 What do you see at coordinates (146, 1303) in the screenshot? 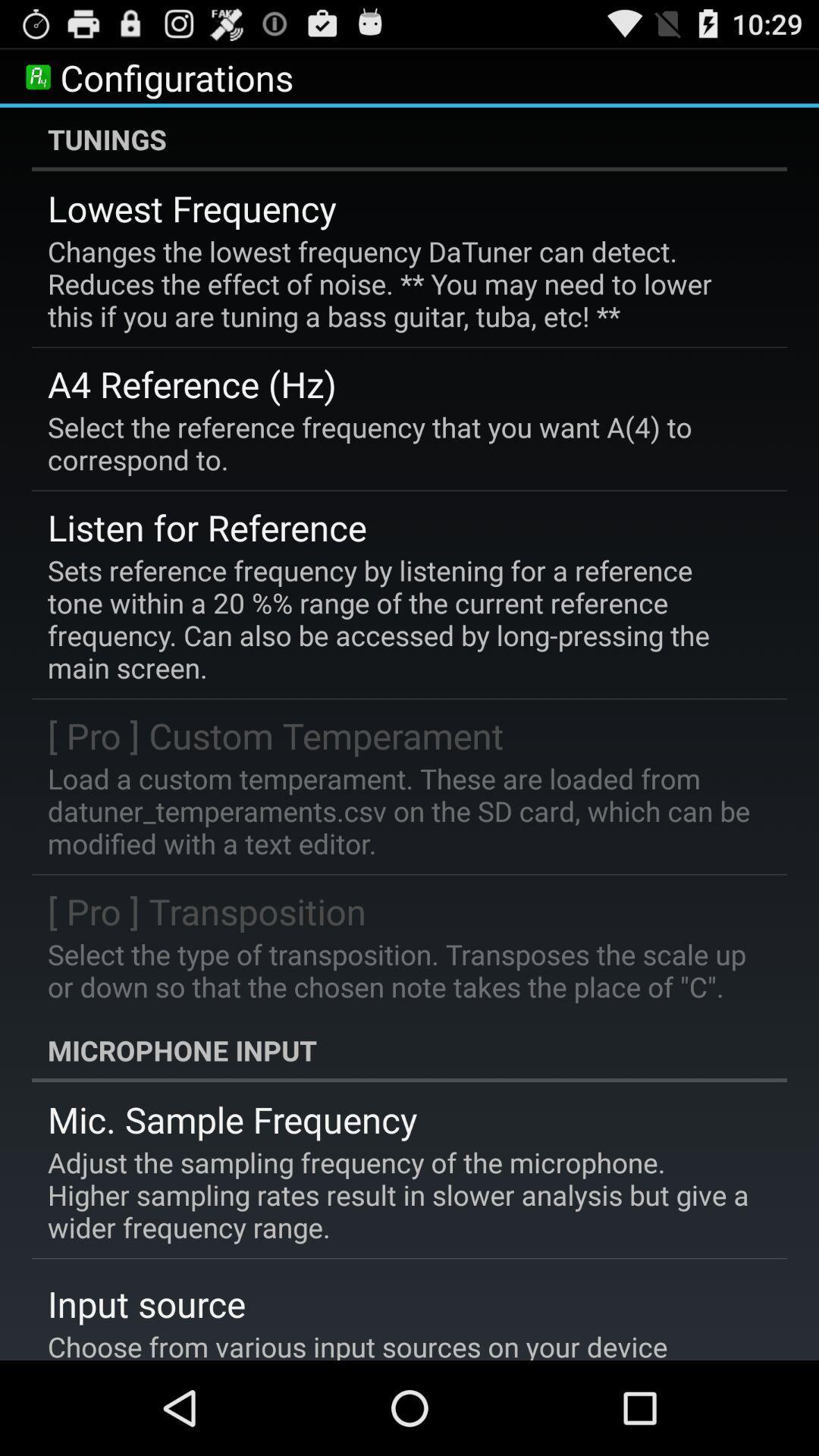
I see `app below the adjust the sampling item` at bounding box center [146, 1303].